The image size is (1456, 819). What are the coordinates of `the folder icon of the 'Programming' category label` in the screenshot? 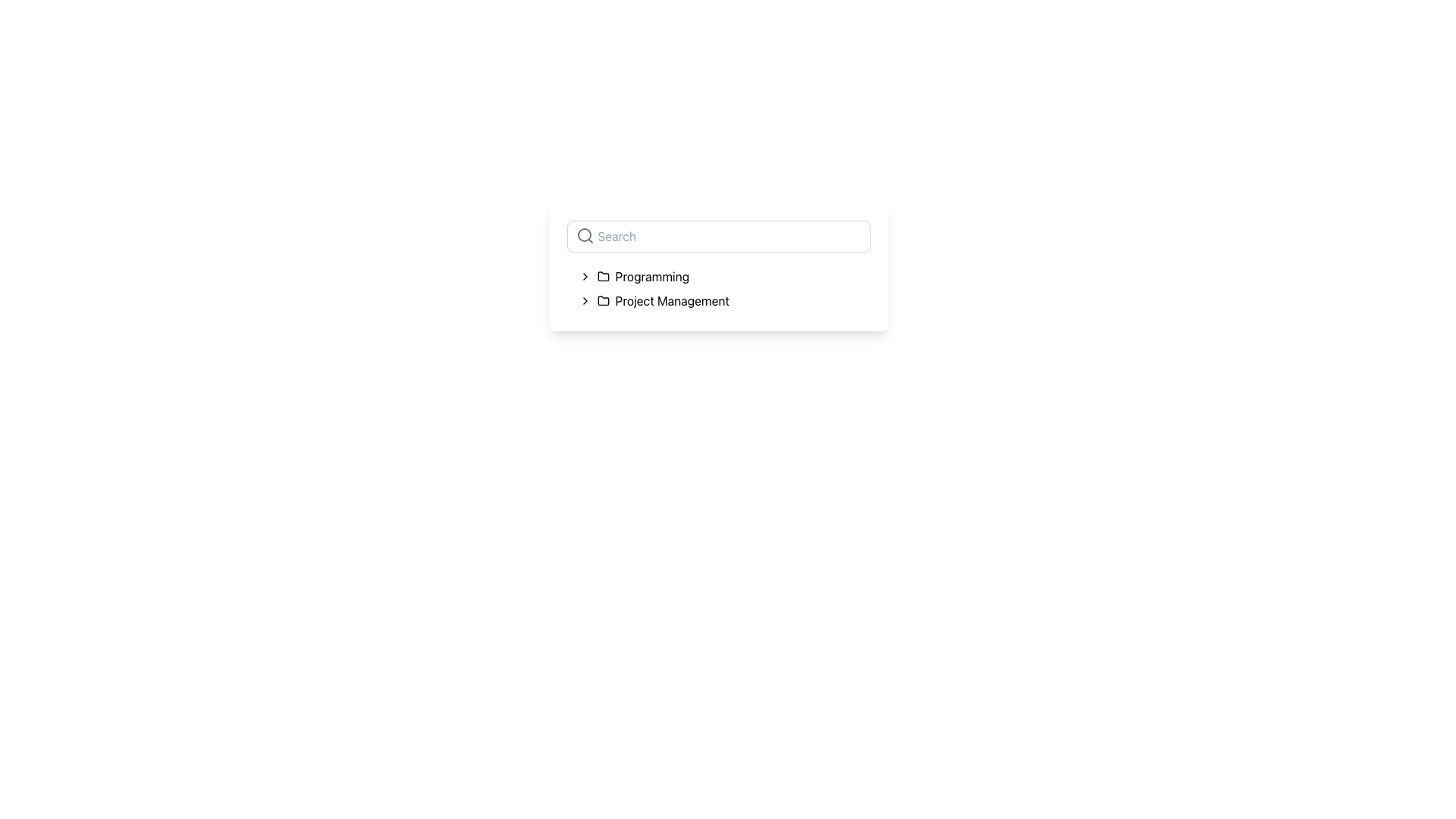 It's located at (643, 277).